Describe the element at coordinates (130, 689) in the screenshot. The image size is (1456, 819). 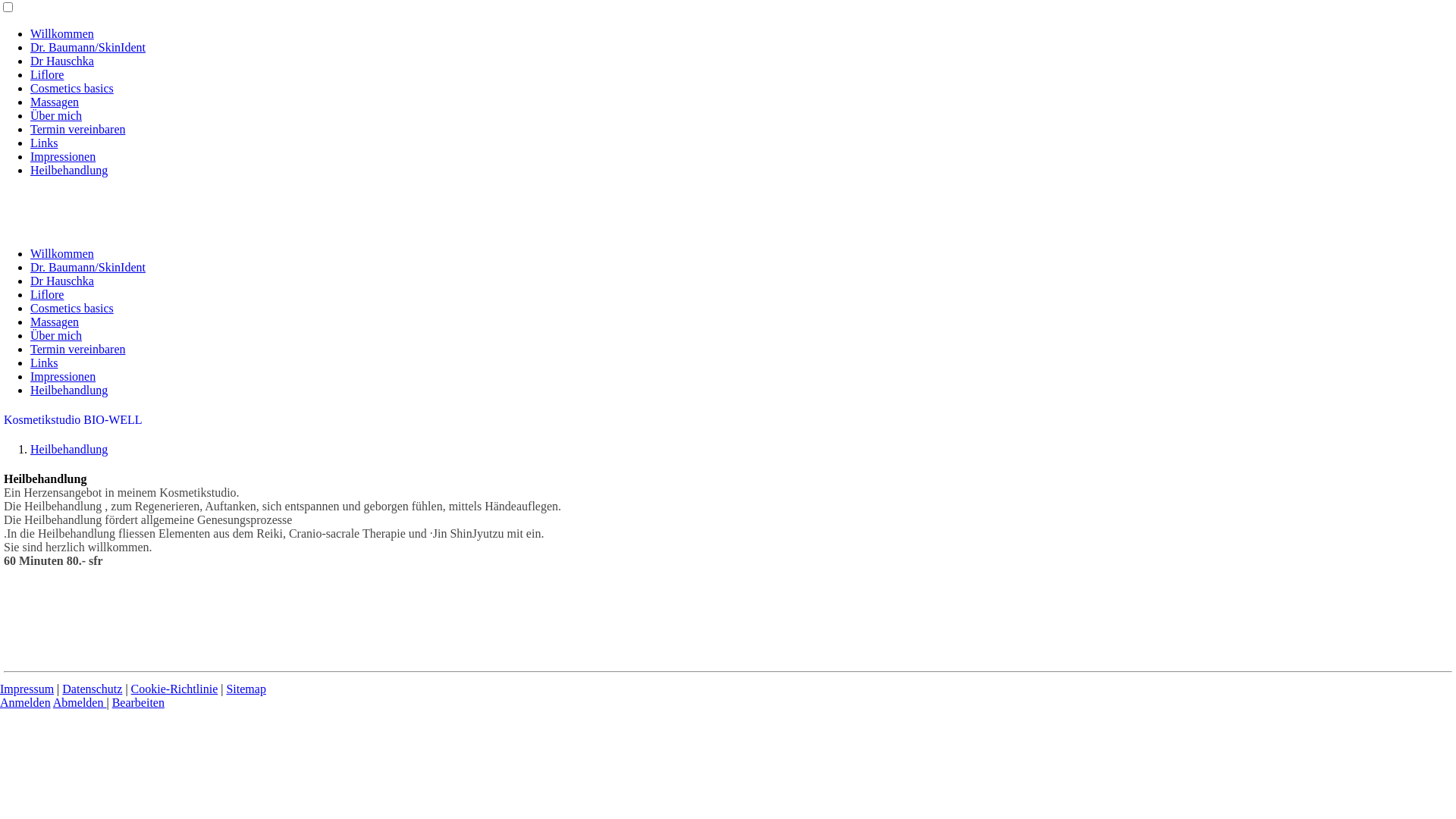
I see `'Cookie-Richtlinie'` at that location.